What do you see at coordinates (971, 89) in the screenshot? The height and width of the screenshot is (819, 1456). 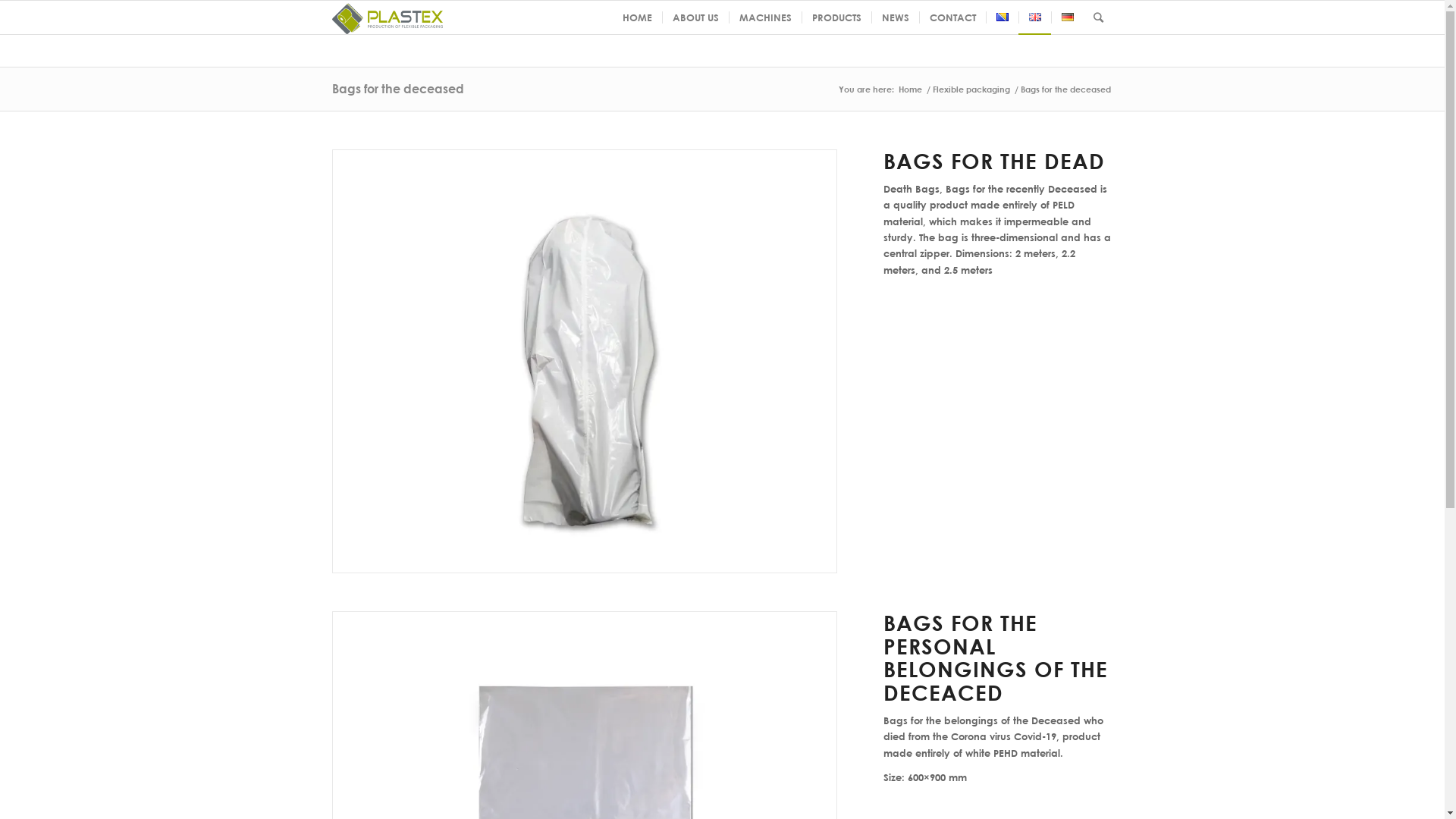 I see `'Flexible packaging'` at bounding box center [971, 89].